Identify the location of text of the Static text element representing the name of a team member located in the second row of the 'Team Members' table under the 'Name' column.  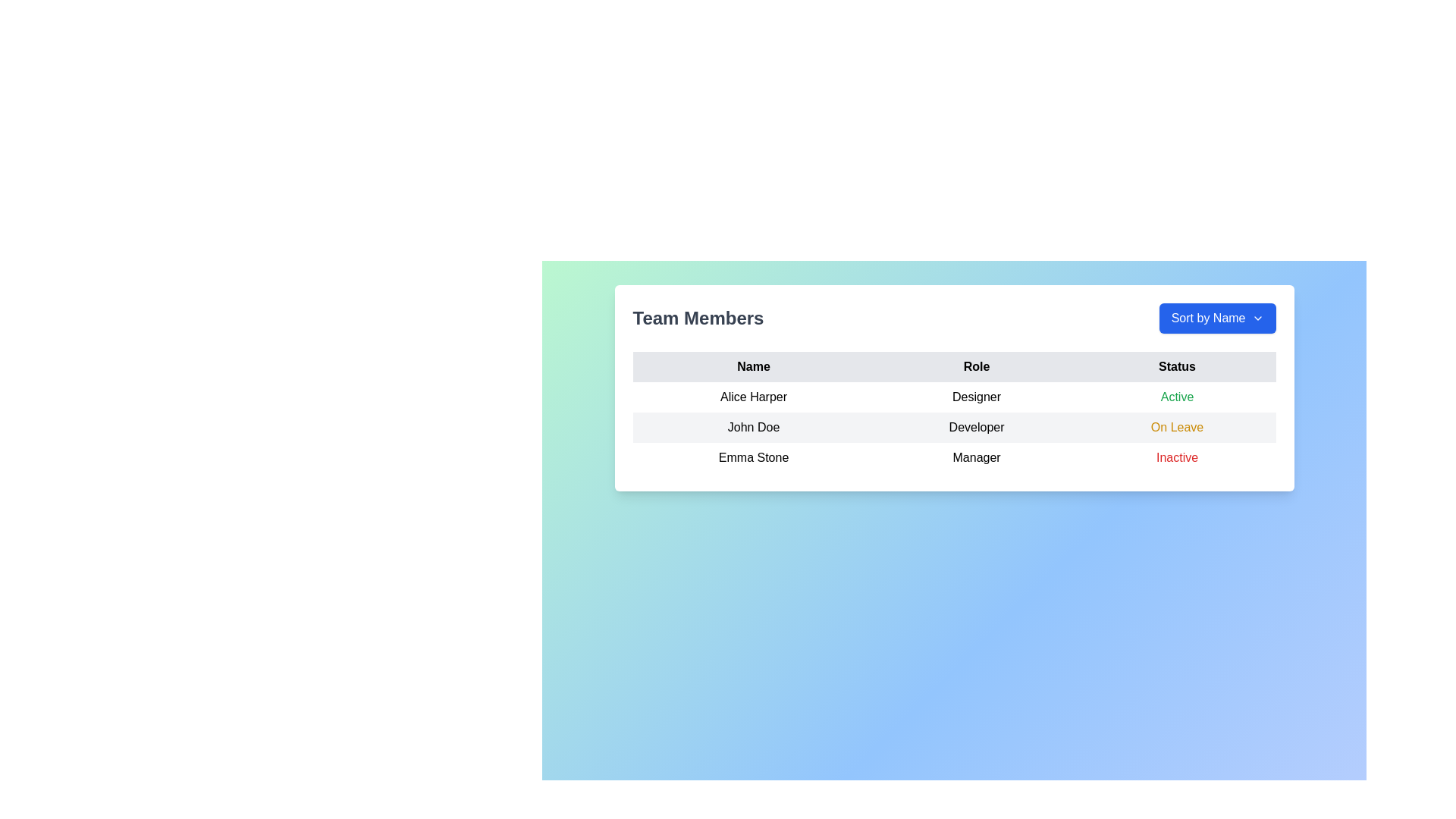
(753, 427).